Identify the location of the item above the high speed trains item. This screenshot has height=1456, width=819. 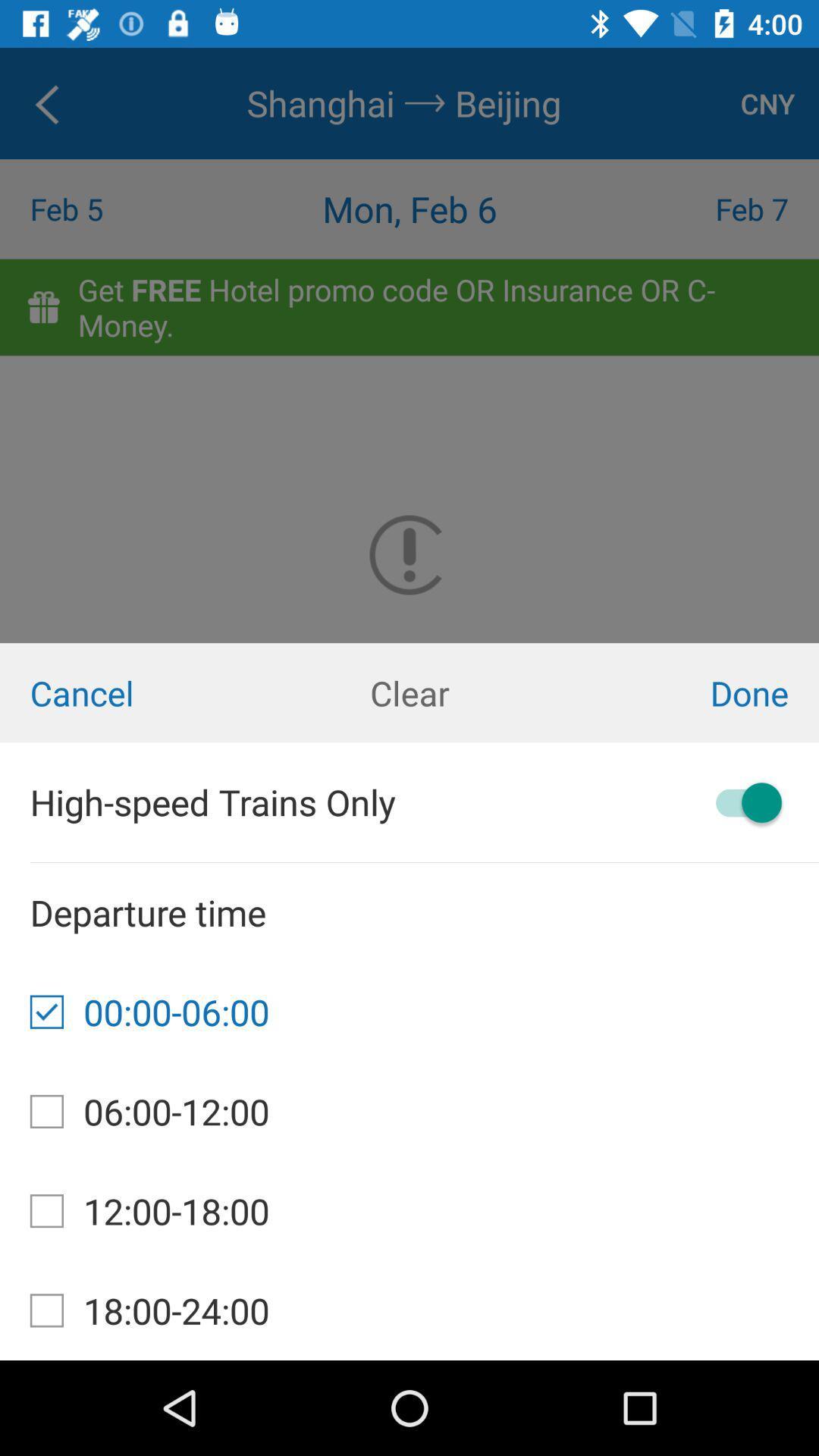
(136, 692).